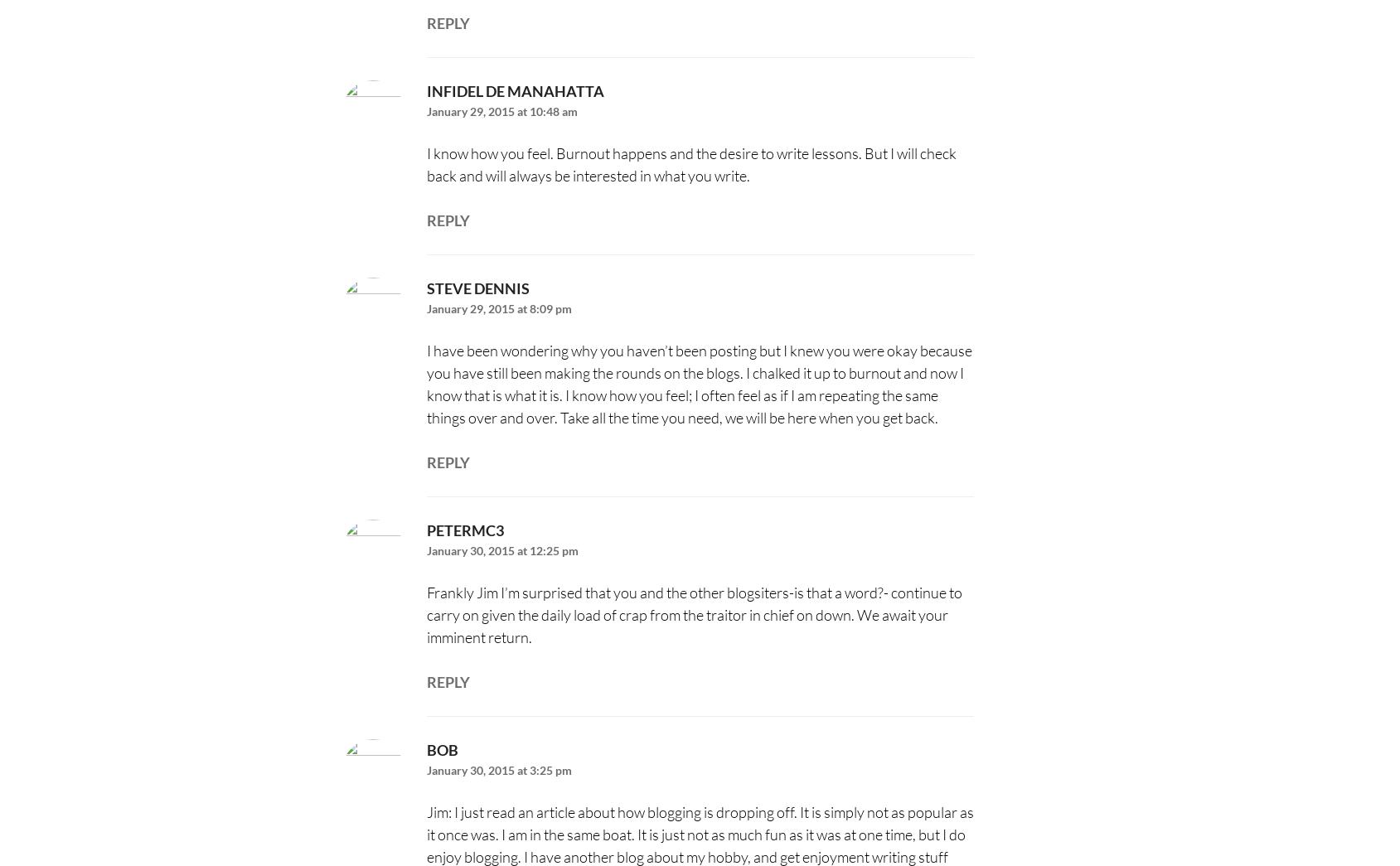 This screenshot has height=866, width=1400. Describe the element at coordinates (501, 550) in the screenshot. I see `'January 30, 2015 at 12:25 pm'` at that location.